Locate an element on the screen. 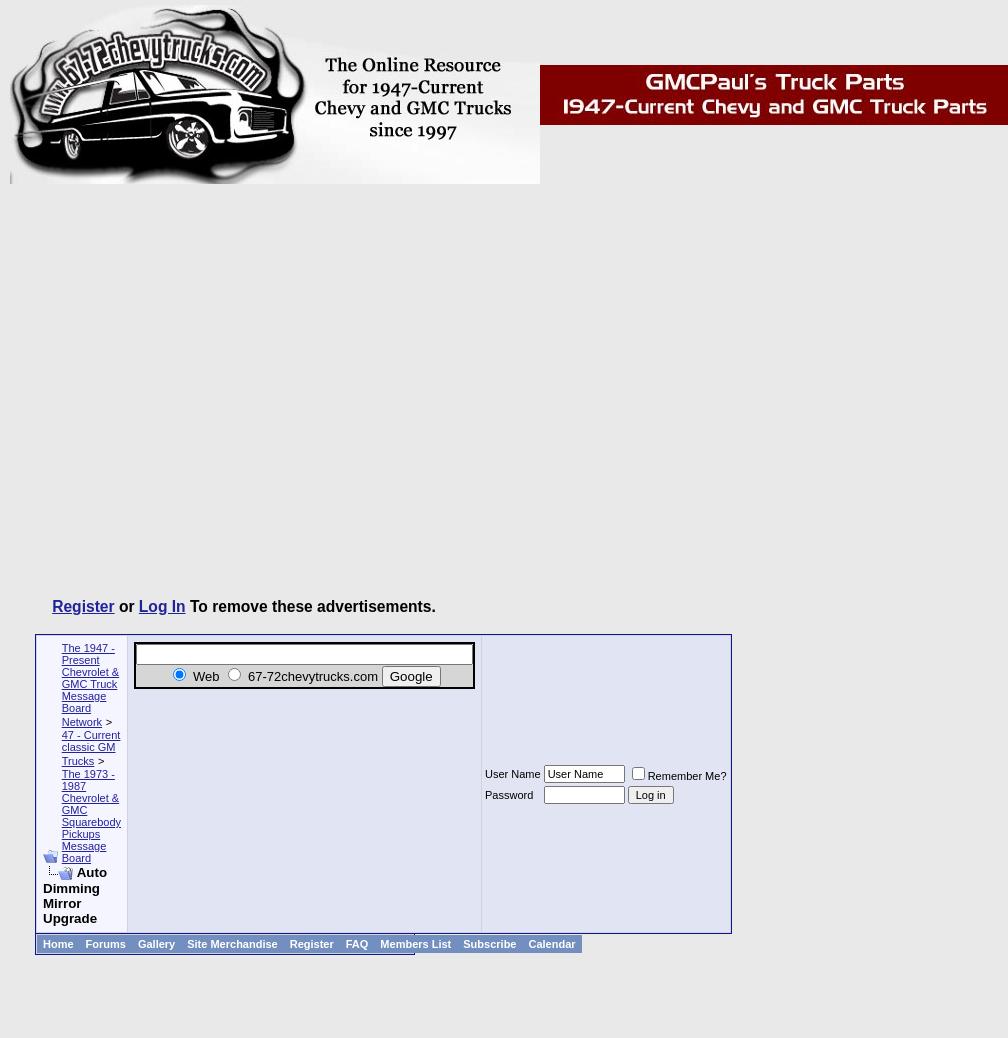  'The 1947 - Present Chevrolet & GMC Truck Message Board Network' is located at coordinates (60, 683).